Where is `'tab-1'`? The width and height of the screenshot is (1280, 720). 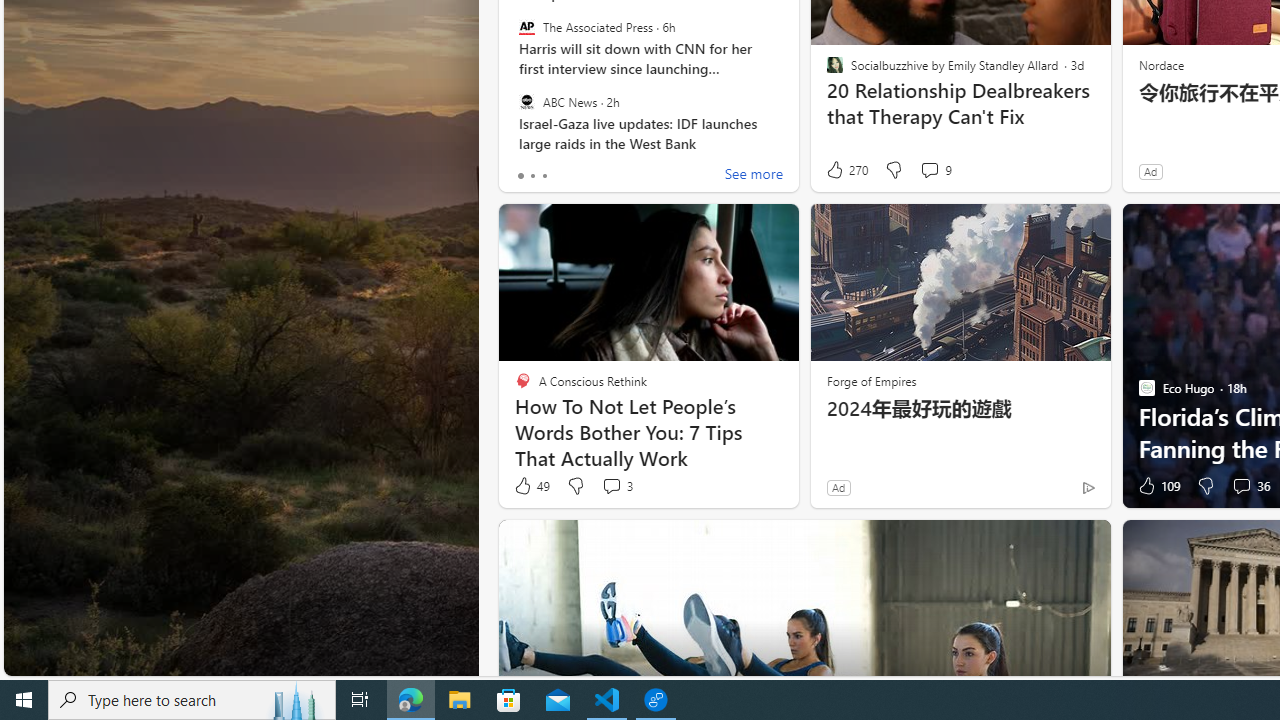 'tab-1' is located at coordinates (532, 175).